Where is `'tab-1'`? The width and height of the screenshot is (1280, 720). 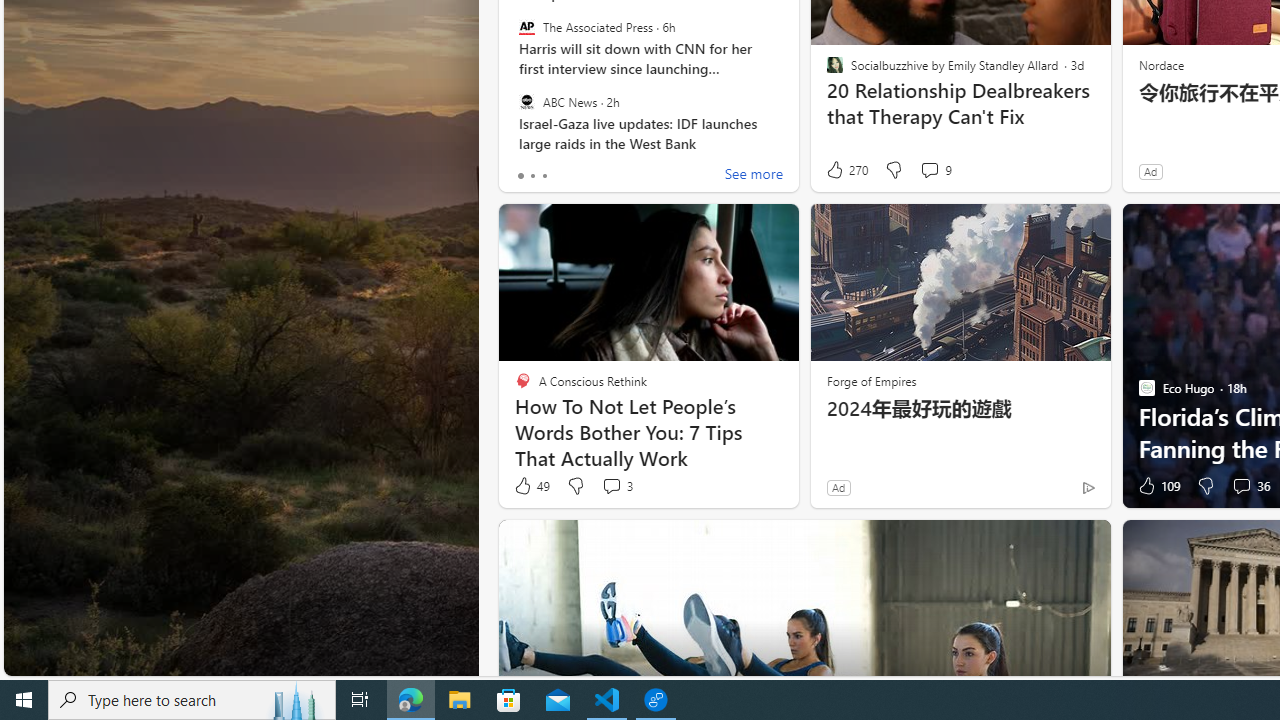 'tab-1' is located at coordinates (532, 175).